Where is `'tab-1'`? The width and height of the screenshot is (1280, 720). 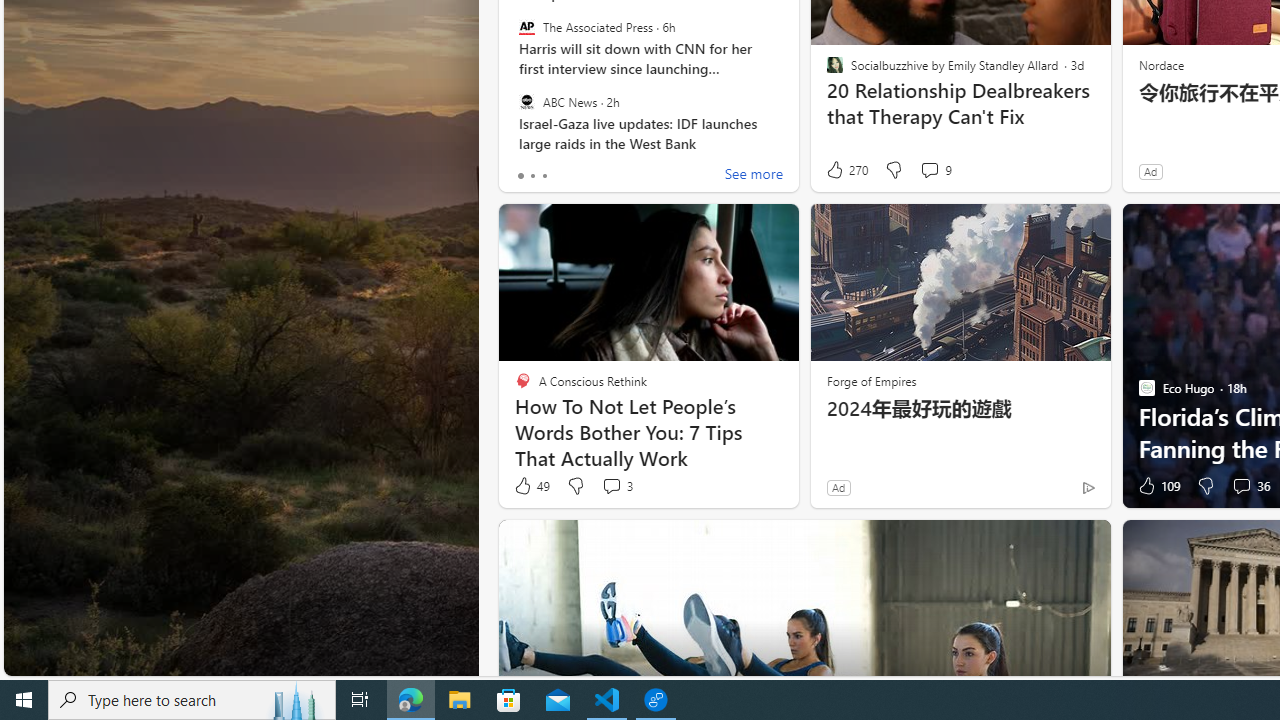 'tab-1' is located at coordinates (532, 175).